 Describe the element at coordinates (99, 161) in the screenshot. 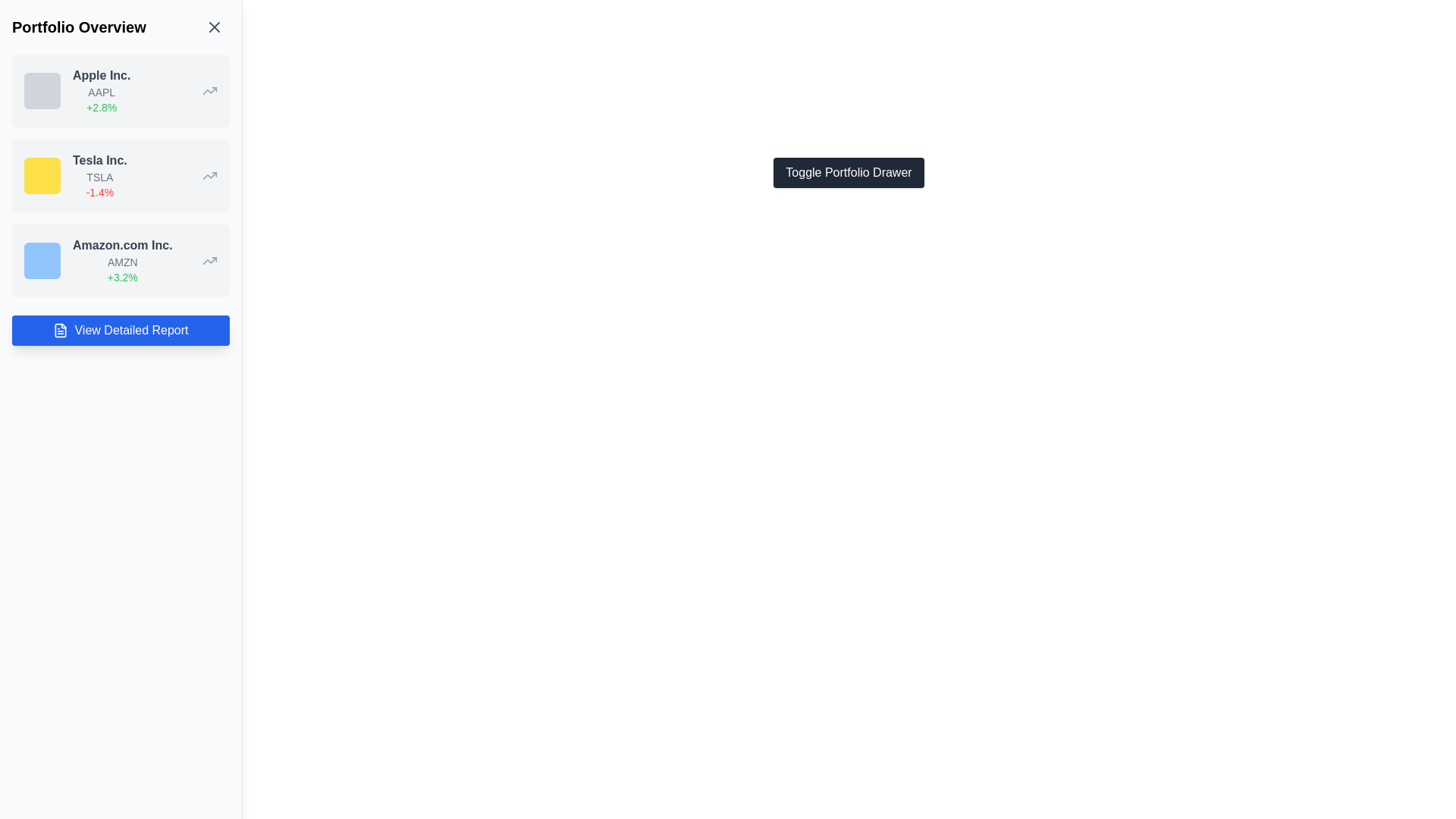

I see `the Text Label displaying the company name 'Tesla Inc.' located at the top of the mid-tier card in the vertical list of company cards` at that location.